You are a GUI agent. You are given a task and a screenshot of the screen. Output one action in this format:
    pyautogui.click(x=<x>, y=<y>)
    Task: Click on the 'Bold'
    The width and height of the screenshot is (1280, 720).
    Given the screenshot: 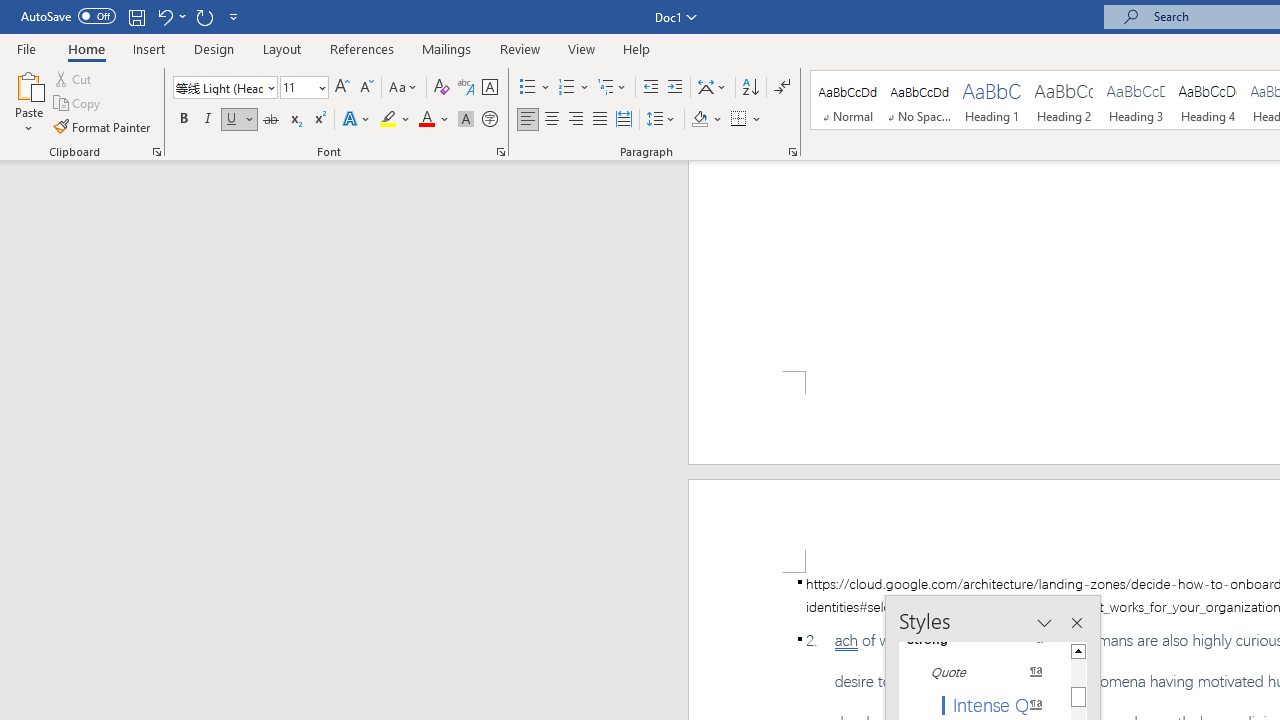 What is the action you would take?
    pyautogui.click(x=183, y=119)
    